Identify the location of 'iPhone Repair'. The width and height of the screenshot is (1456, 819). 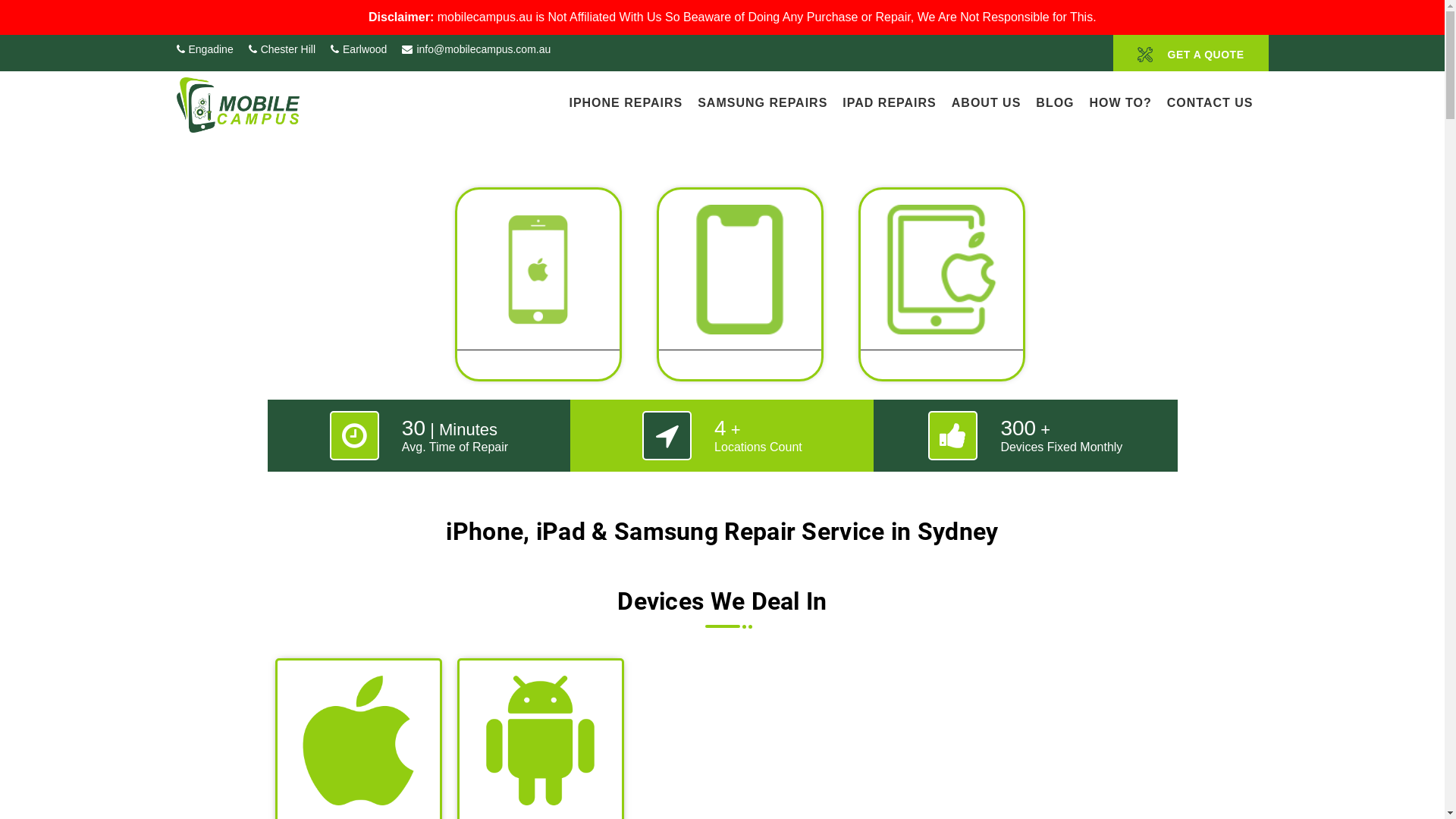
(538, 292).